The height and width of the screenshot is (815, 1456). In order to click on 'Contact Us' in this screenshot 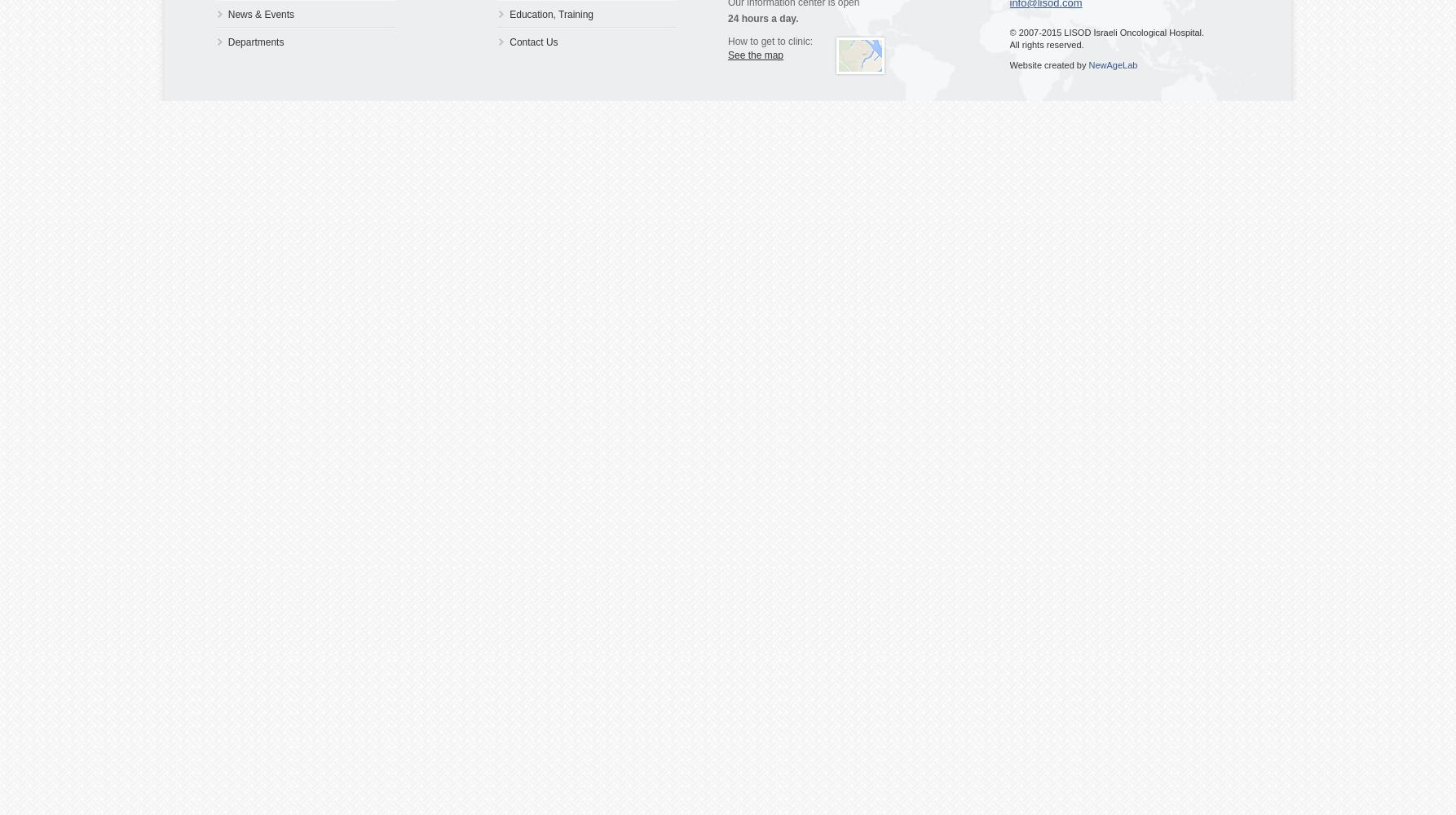, I will do `click(533, 42)`.